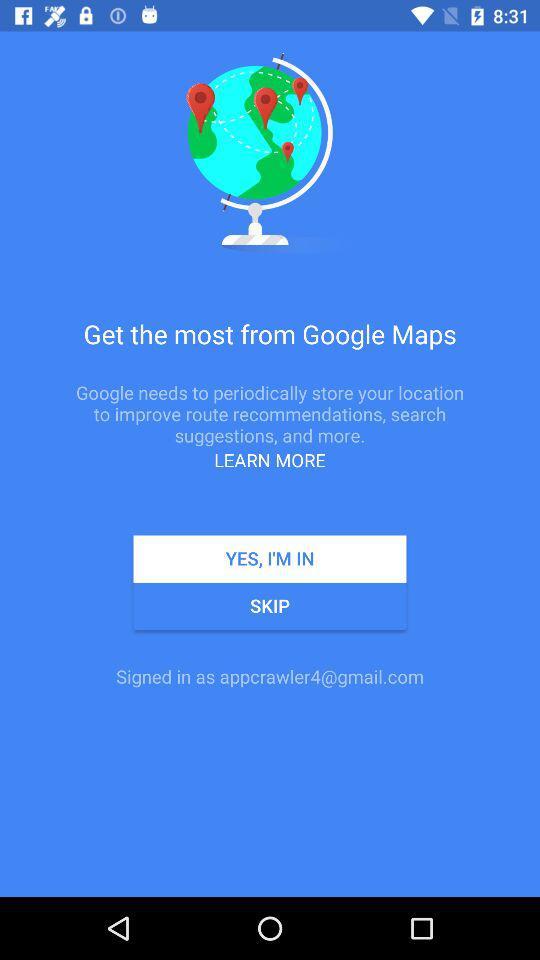 The width and height of the screenshot is (540, 960). I want to click on the skip icon, so click(270, 605).